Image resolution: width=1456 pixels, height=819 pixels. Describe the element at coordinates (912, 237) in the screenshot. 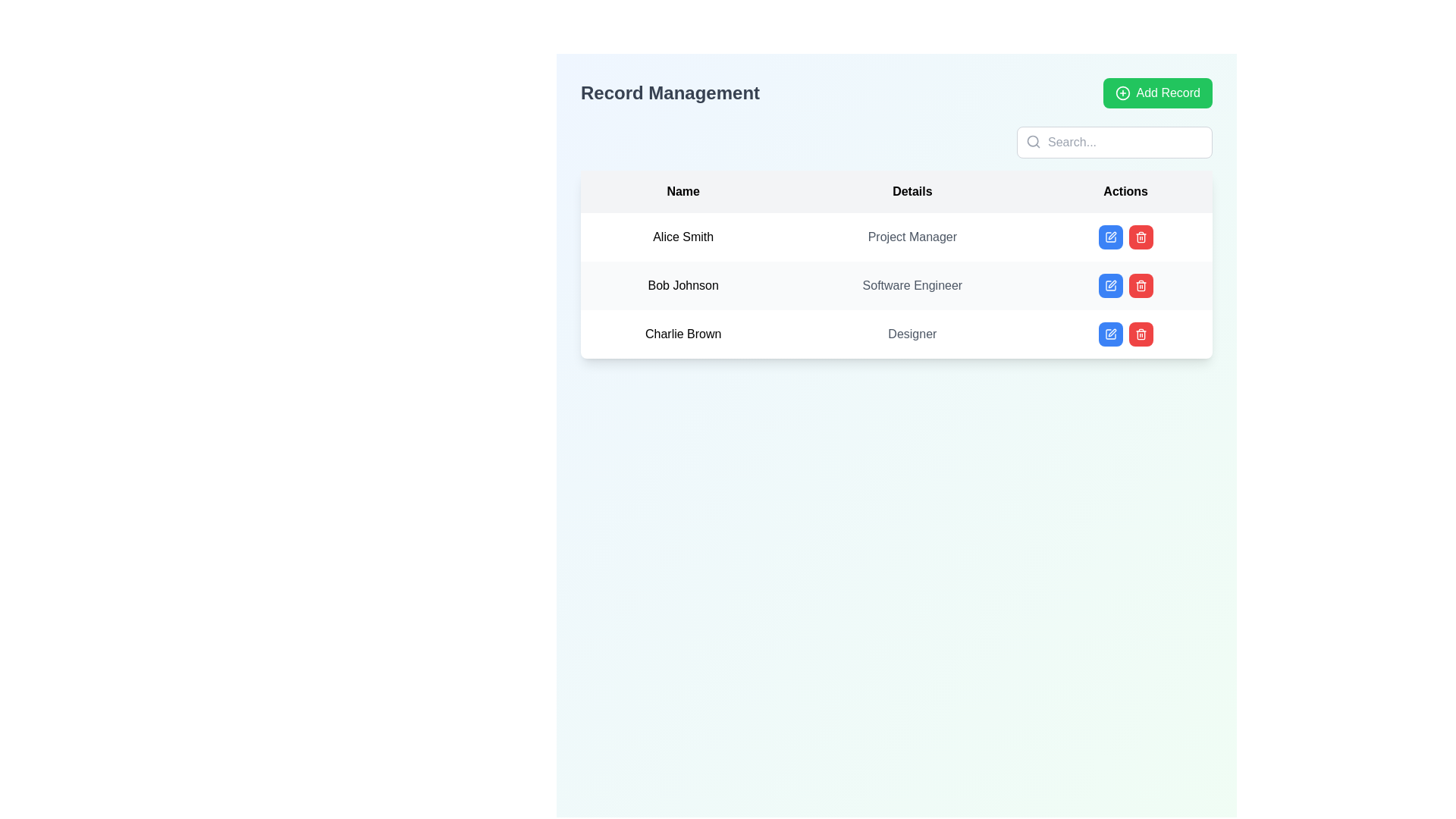

I see `text content of the 'Project Manager' label located in the 'Details' column, which is the first entry under 'Details' corresponding to 'Alice Smith' in the 'Name' column` at that location.